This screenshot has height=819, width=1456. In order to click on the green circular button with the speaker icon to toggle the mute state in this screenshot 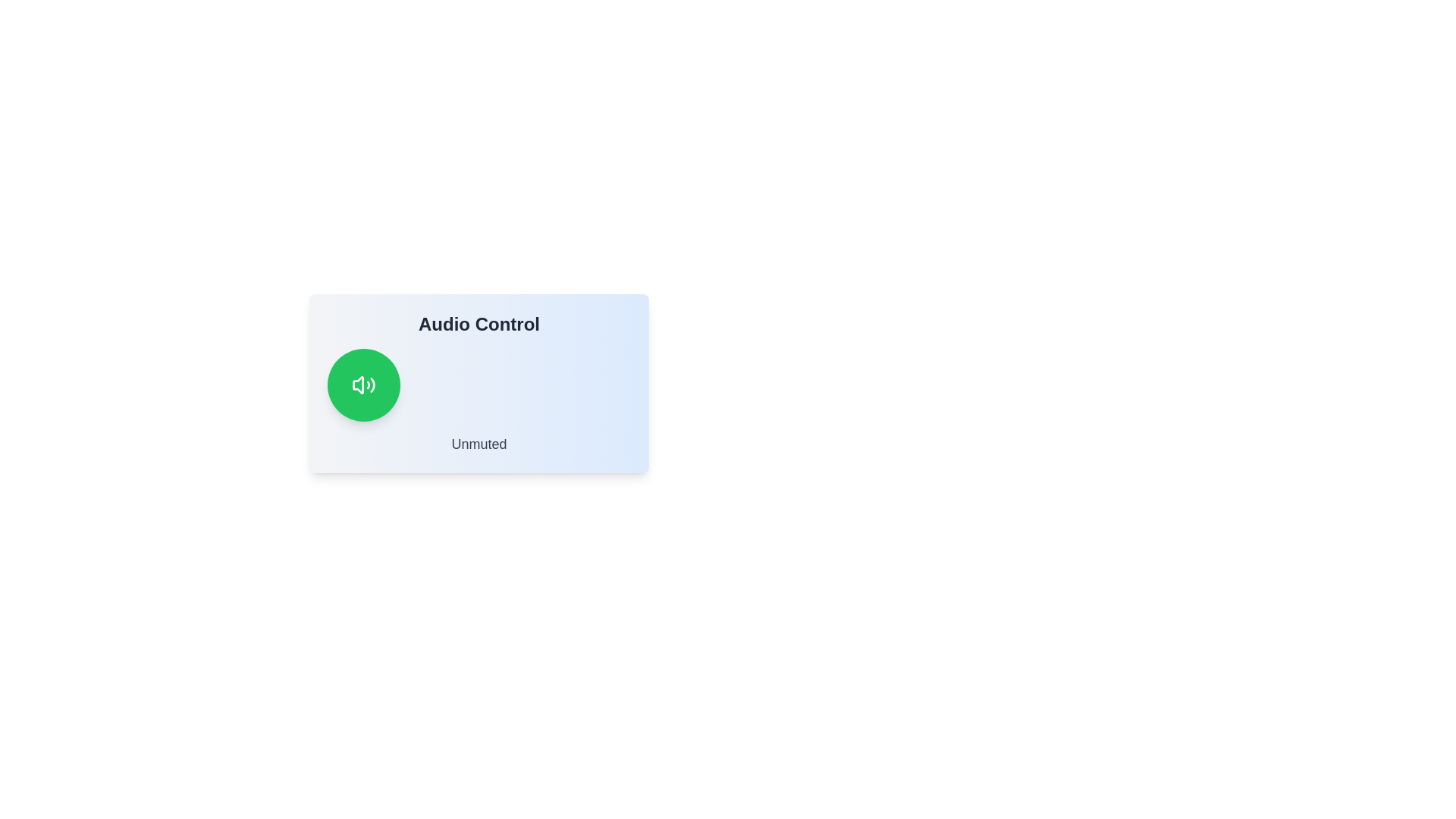, I will do `click(364, 384)`.